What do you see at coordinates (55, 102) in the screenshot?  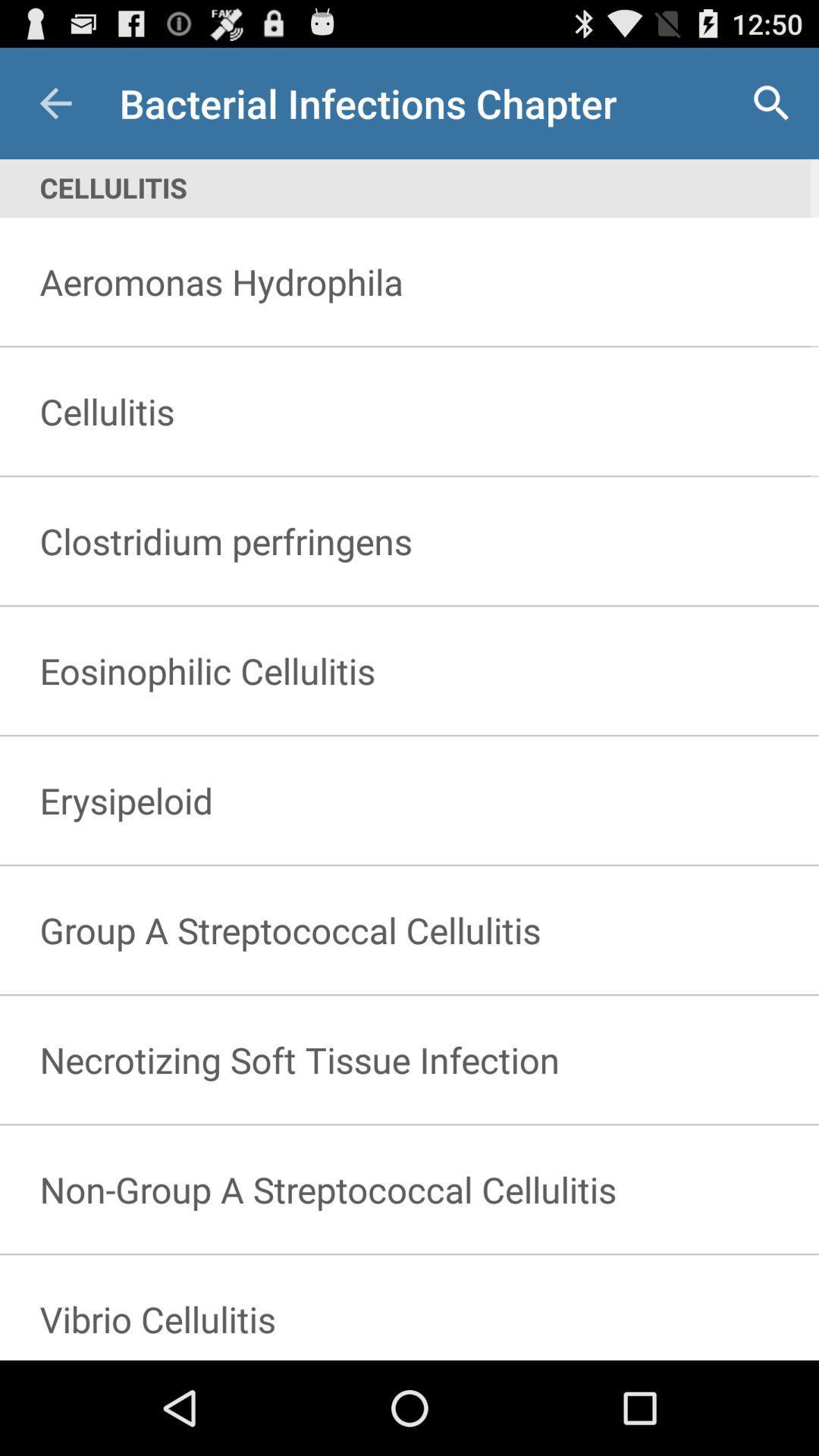 I see `item above cellulitis` at bounding box center [55, 102].